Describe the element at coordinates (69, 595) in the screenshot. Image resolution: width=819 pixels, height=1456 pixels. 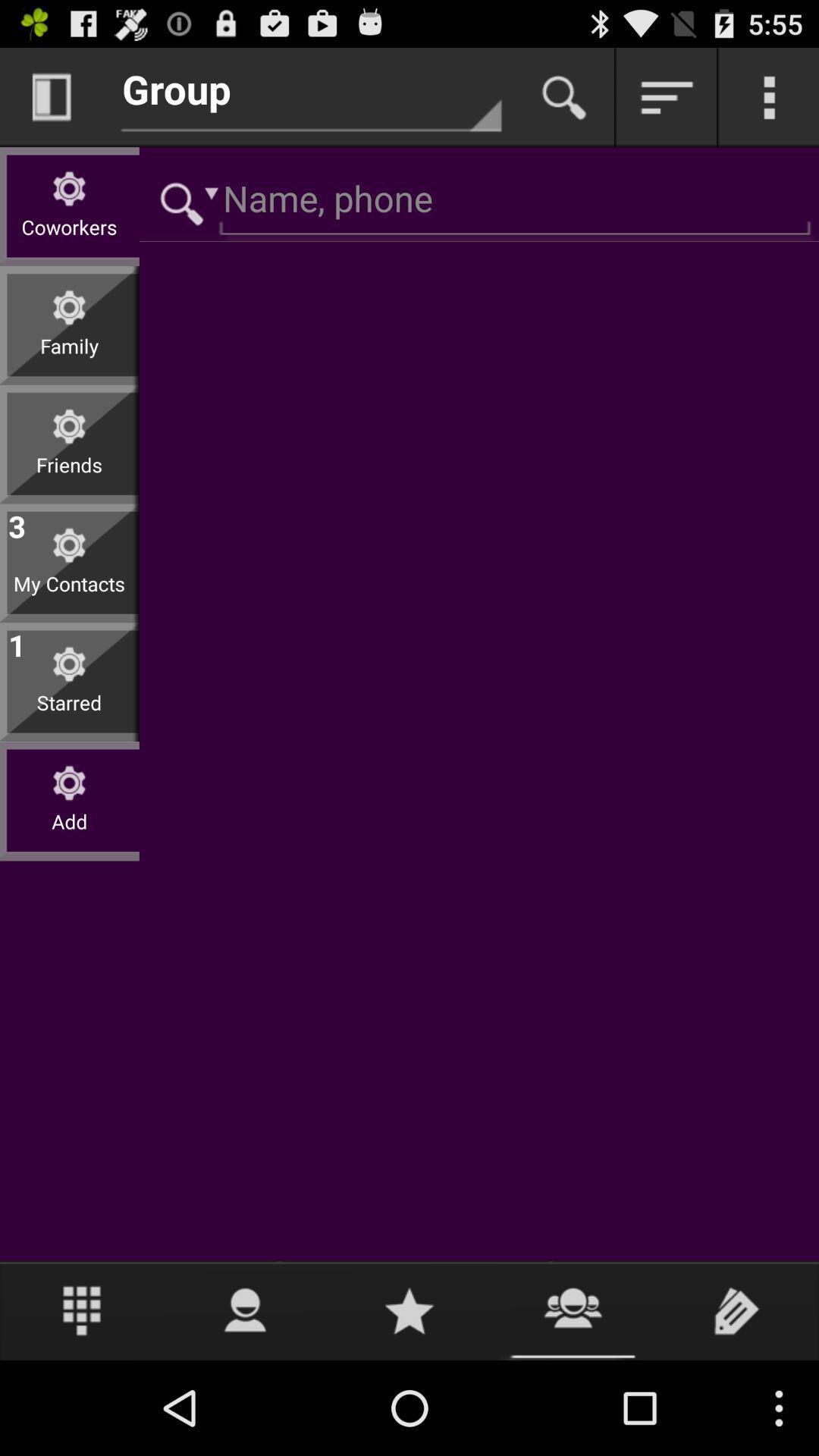
I see `my contacts item` at that location.